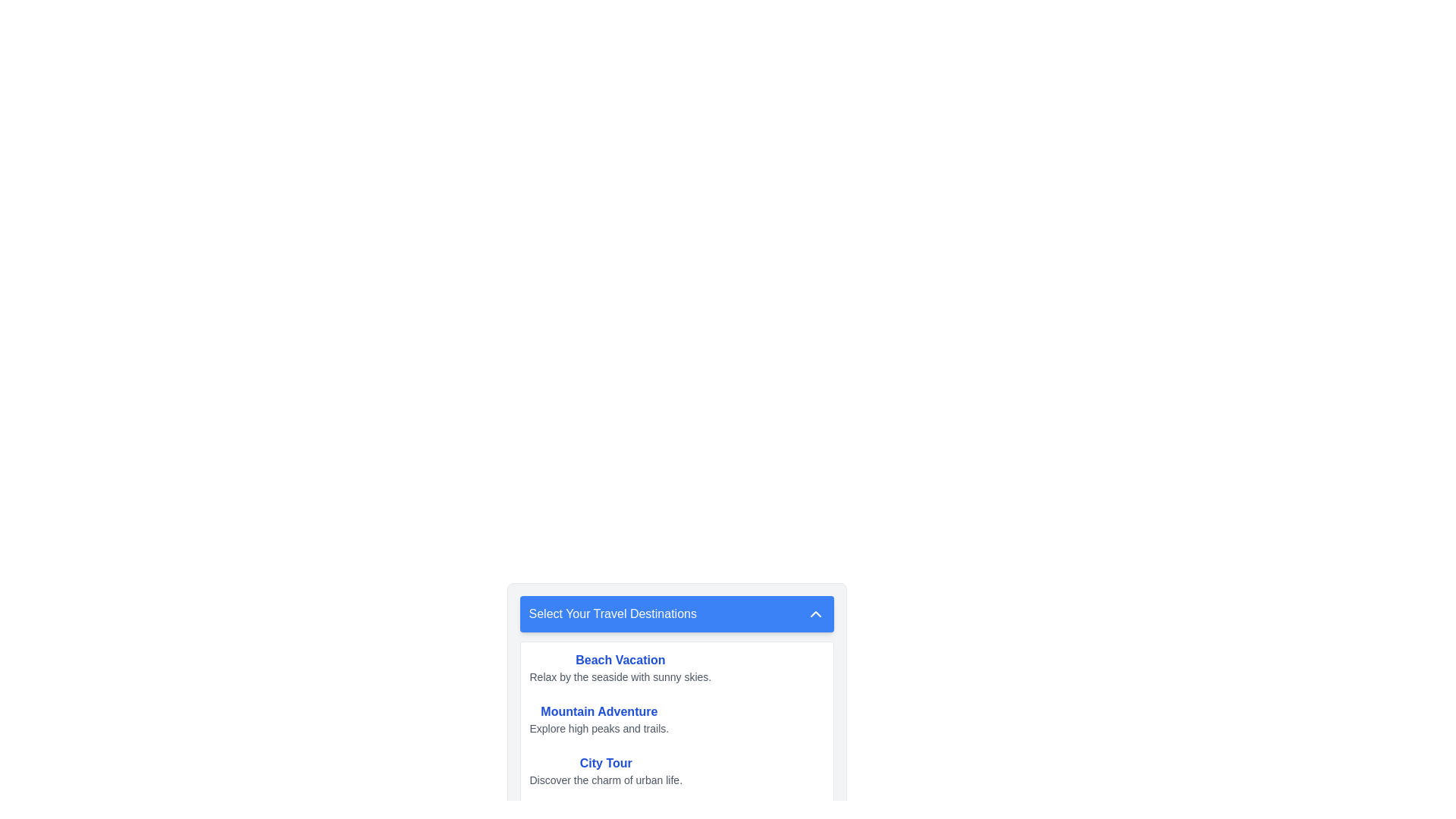  I want to click on the vibrant blue button labeled 'Select Your Travel Destinations', so click(676, 614).